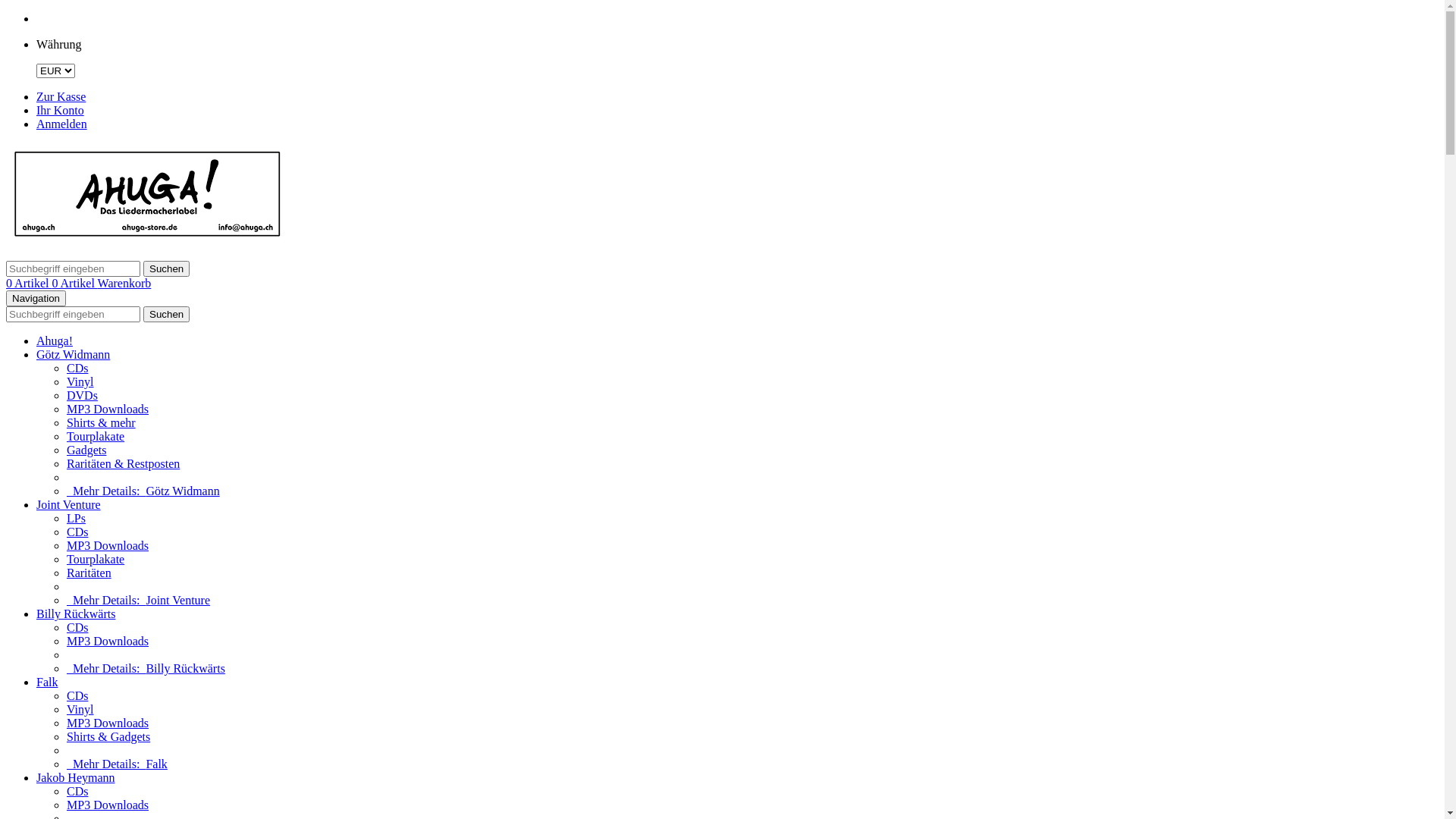 This screenshot has height=819, width=1456. Describe the element at coordinates (73, 283) in the screenshot. I see `'0 Artikel'` at that location.